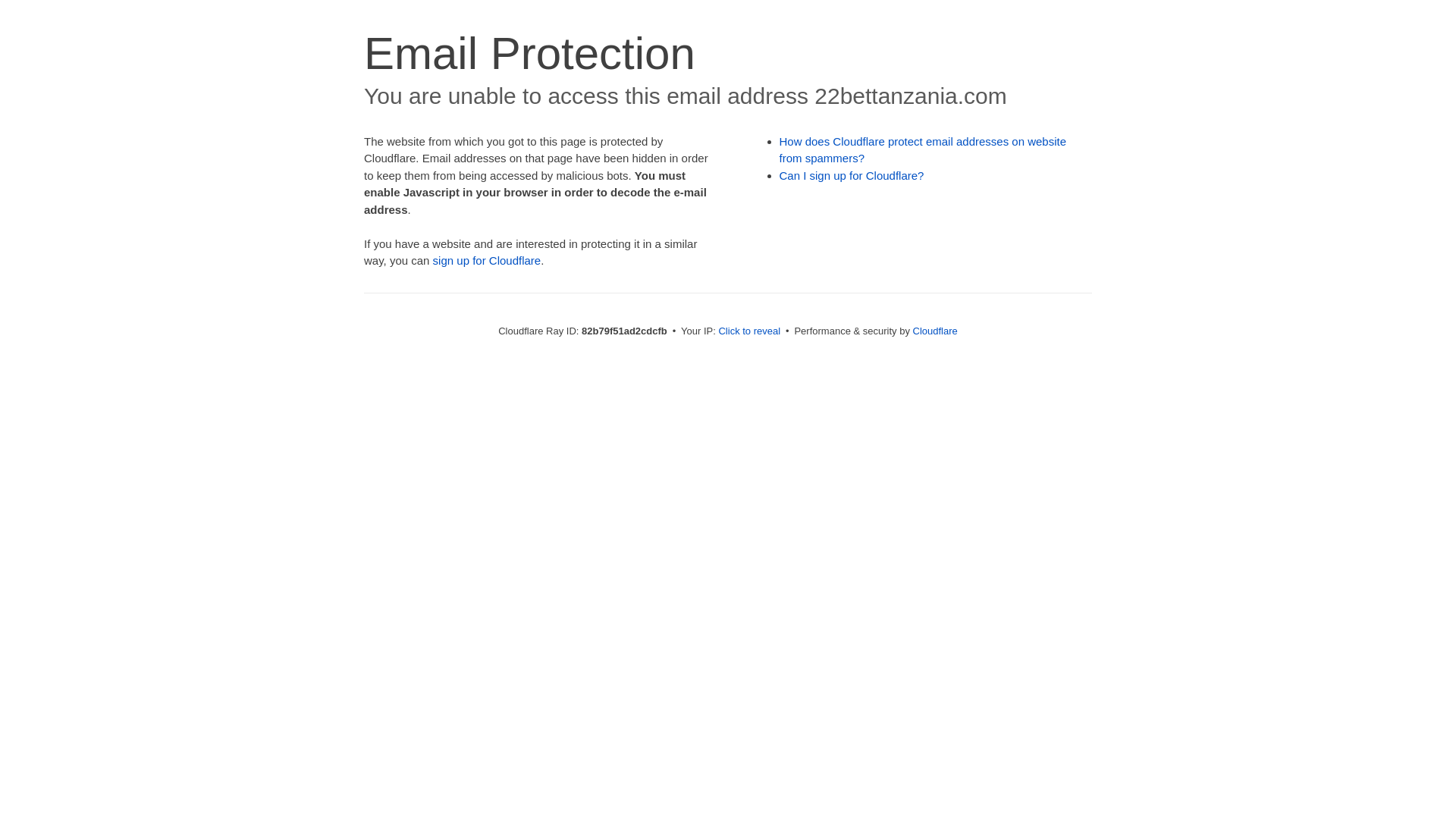 Image resolution: width=1456 pixels, height=819 pixels. What do you see at coordinates (749, 330) in the screenshot?
I see `'Click to reveal'` at bounding box center [749, 330].